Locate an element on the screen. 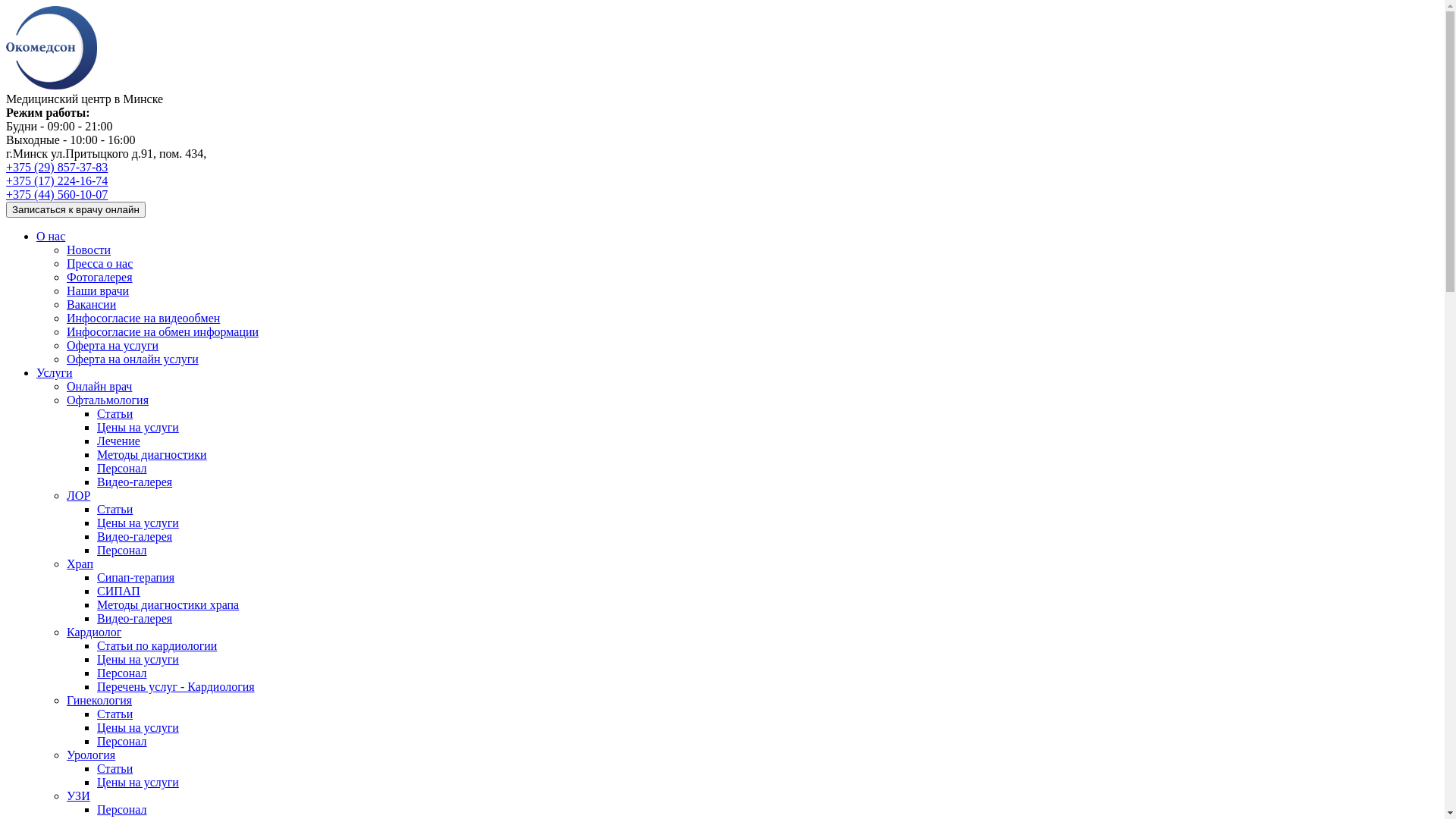 The width and height of the screenshot is (1456, 819). '+375 (29) 857-37-83' is located at coordinates (57, 167).